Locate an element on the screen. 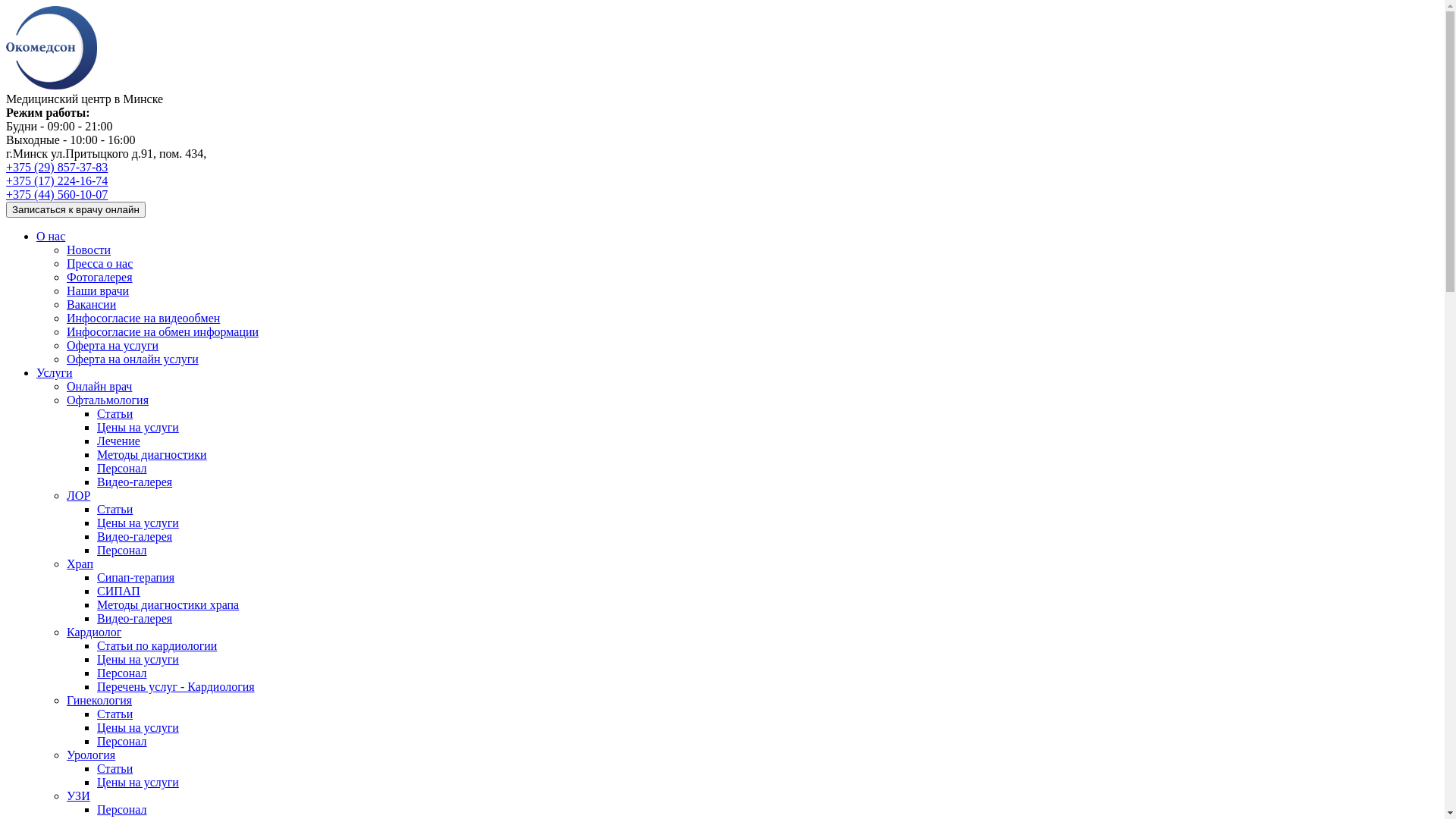 The width and height of the screenshot is (1456, 819). '+375 (29) 857-37-83' is located at coordinates (57, 167).